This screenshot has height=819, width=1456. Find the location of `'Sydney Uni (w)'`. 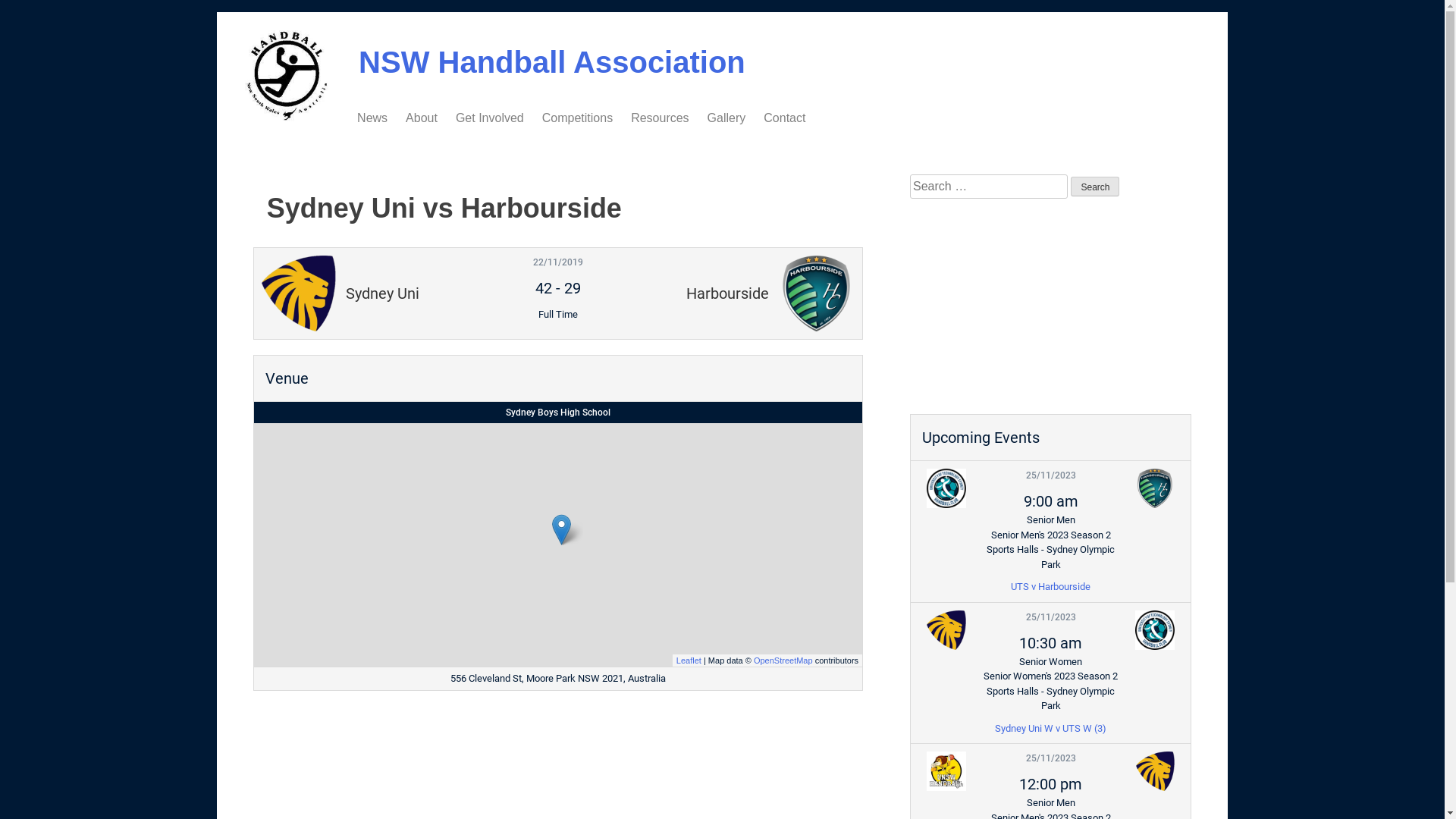

'Sydney Uni (w)' is located at coordinates (946, 629).